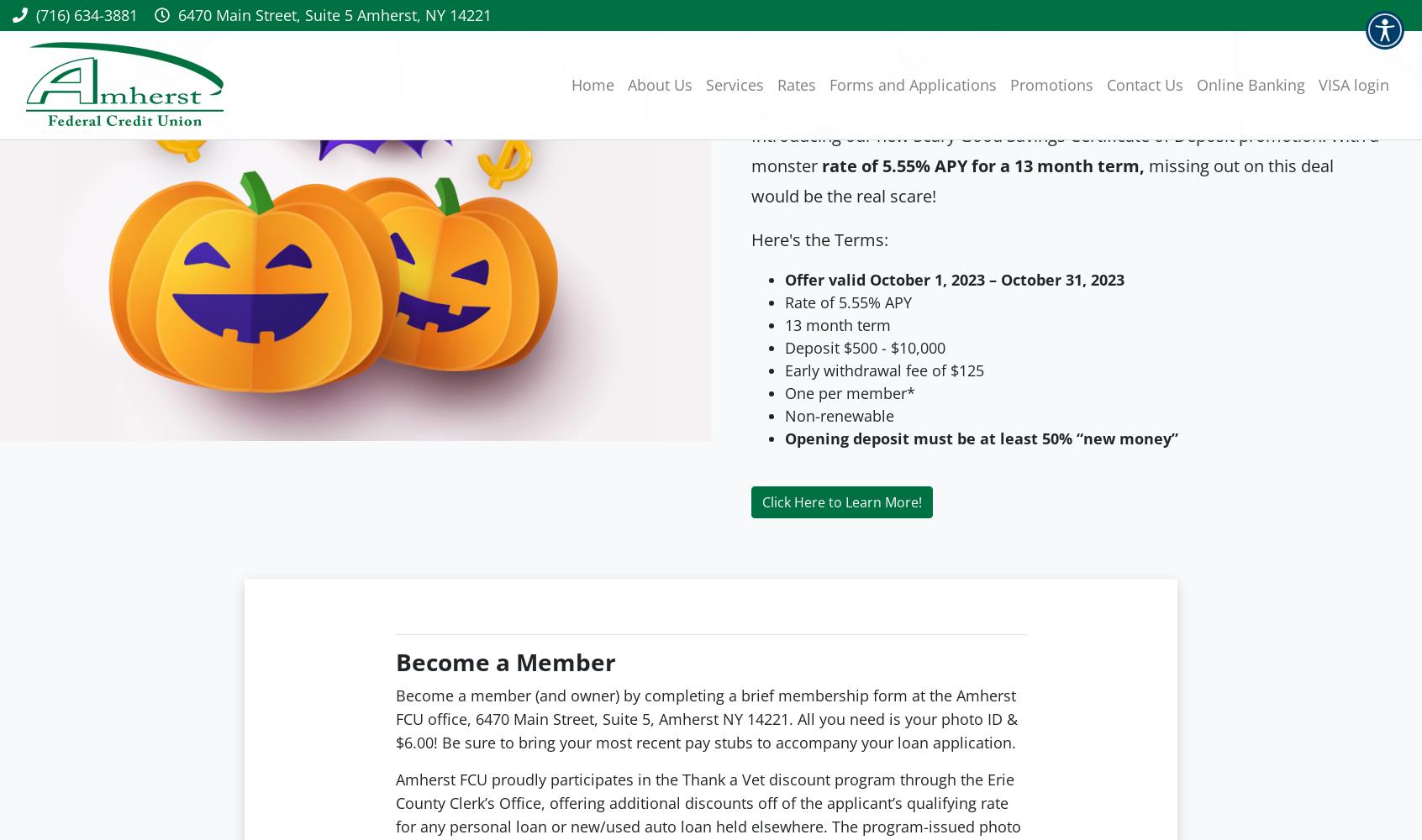  What do you see at coordinates (838, 415) in the screenshot?
I see `'Non-renewable'` at bounding box center [838, 415].